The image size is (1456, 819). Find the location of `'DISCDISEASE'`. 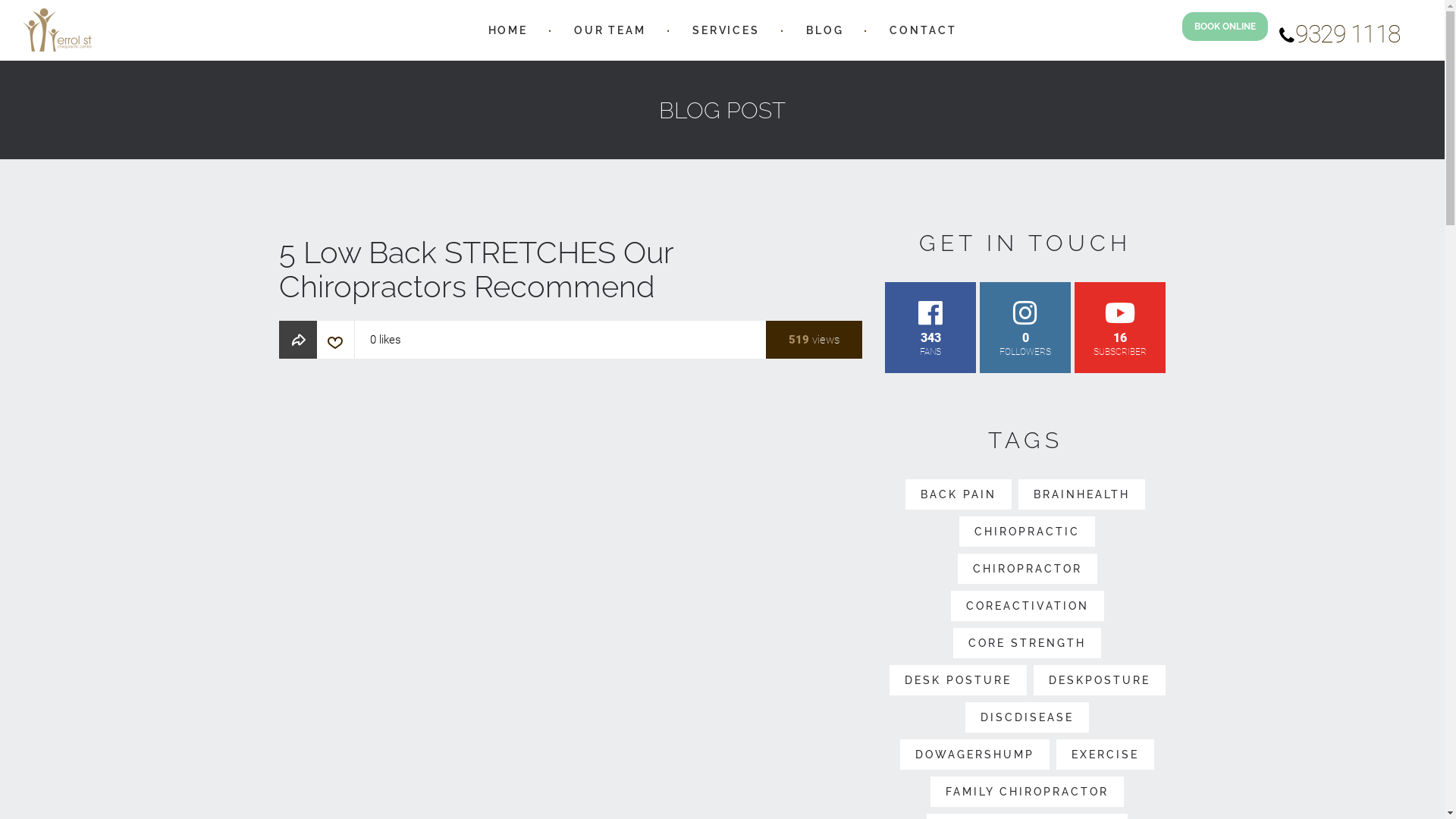

'DISCDISEASE' is located at coordinates (1027, 717).